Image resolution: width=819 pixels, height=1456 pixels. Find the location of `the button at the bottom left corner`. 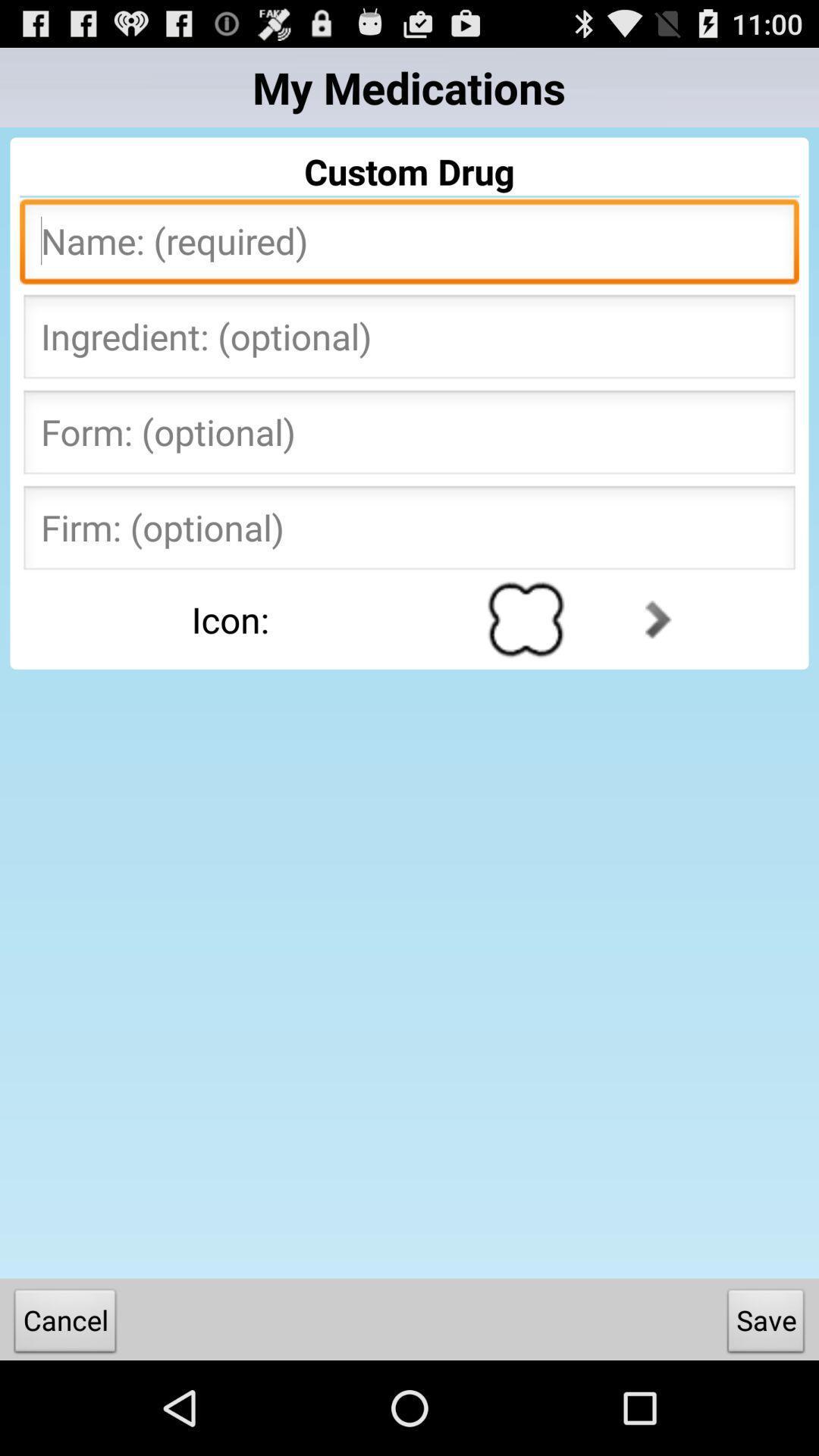

the button at the bottom left corner is located at coordinates (64, 1323).